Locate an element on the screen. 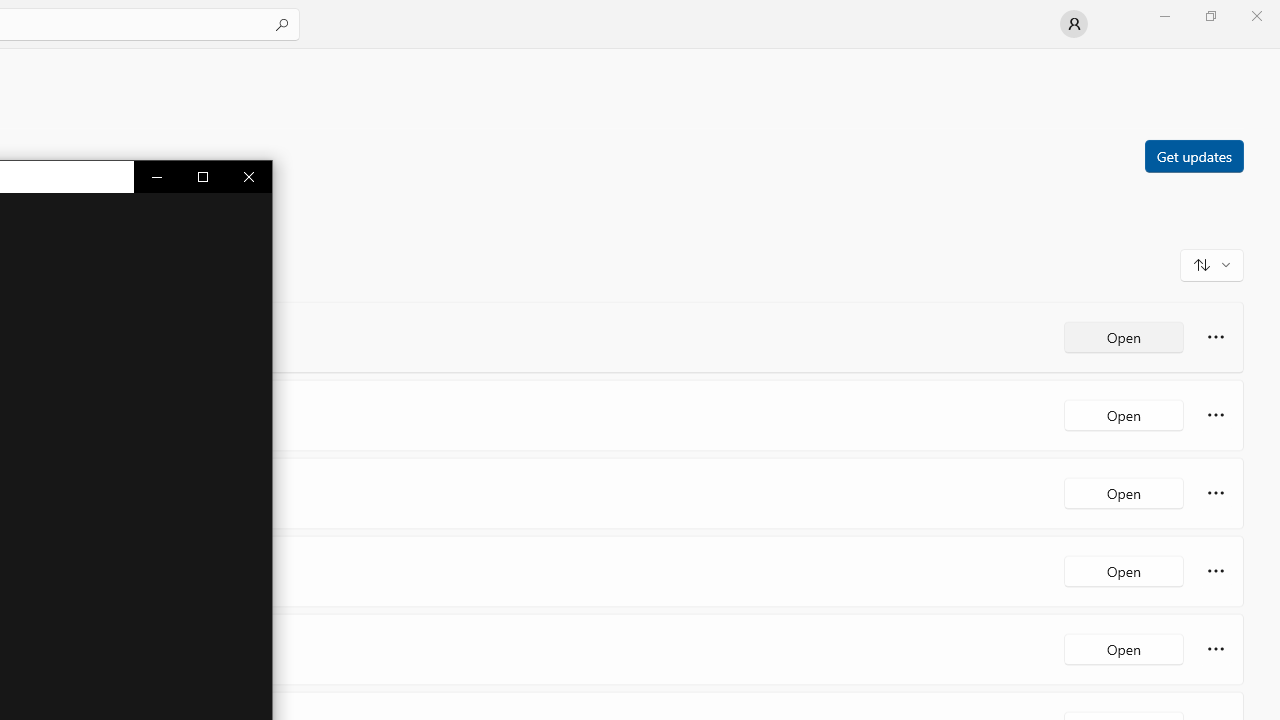 This screenshot has width=1280, height=720. 'Close Microsoft Store' is located at coordinates (1255, 15).